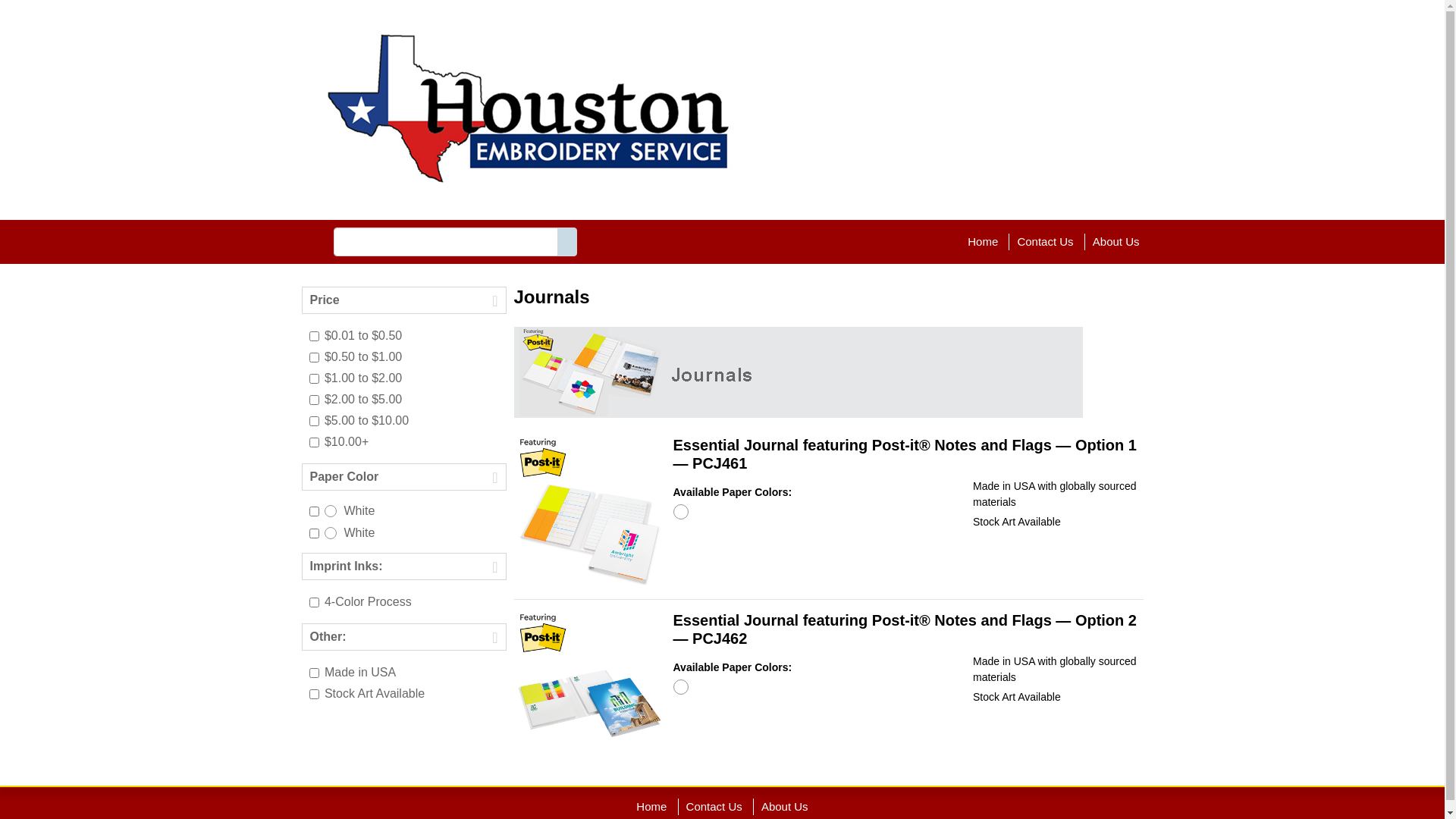 The height and width of the screenshot is (819, 1456). I want to click on 'About Us', so click(1116, 240).